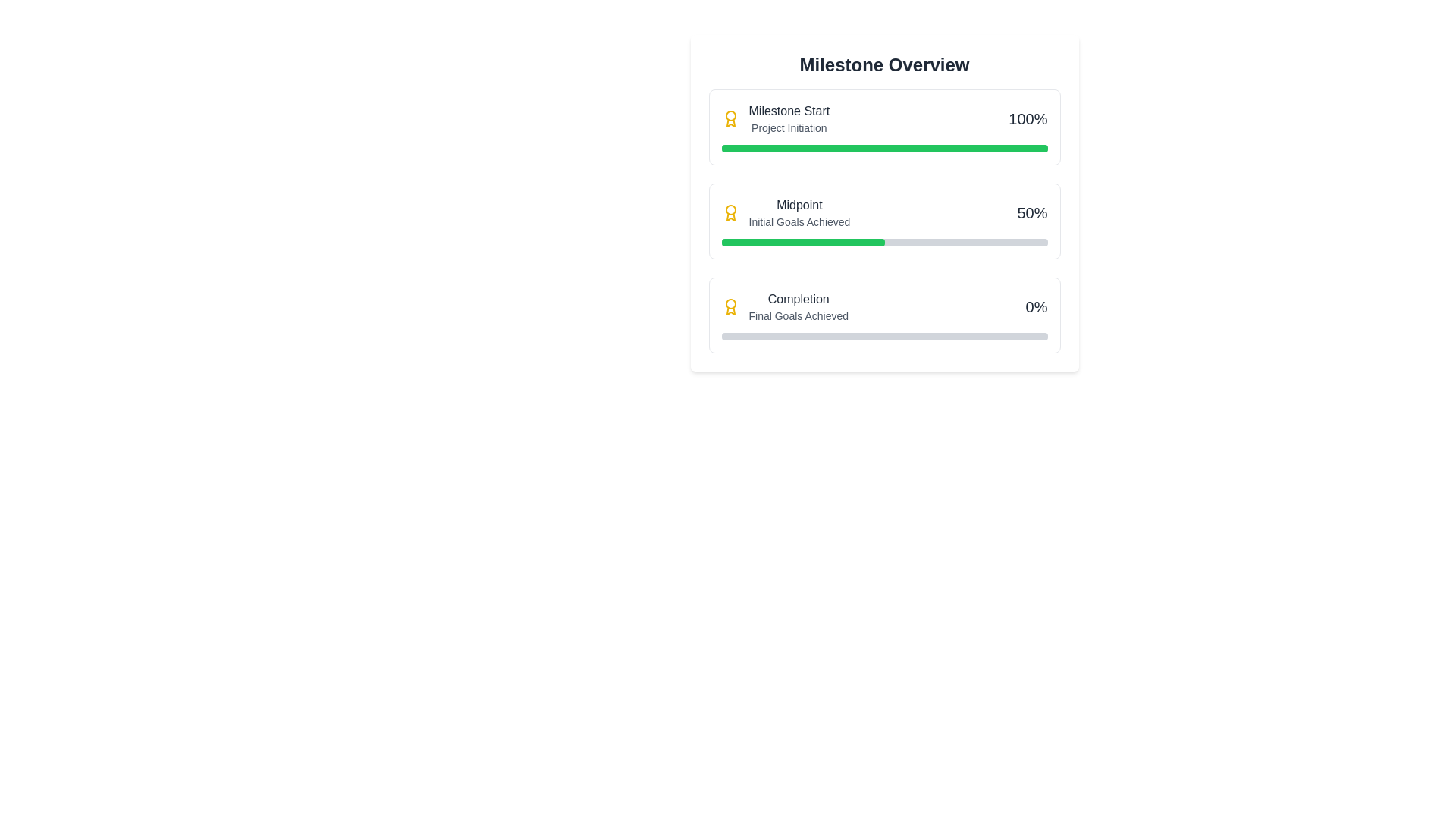  I want to click on the Progress indicator (filled bar) located in the 'Midpoint' milestone section, which is a horizontal bar filled halfway in green, beneath the 'Midpoint' label, so click(802, 242).